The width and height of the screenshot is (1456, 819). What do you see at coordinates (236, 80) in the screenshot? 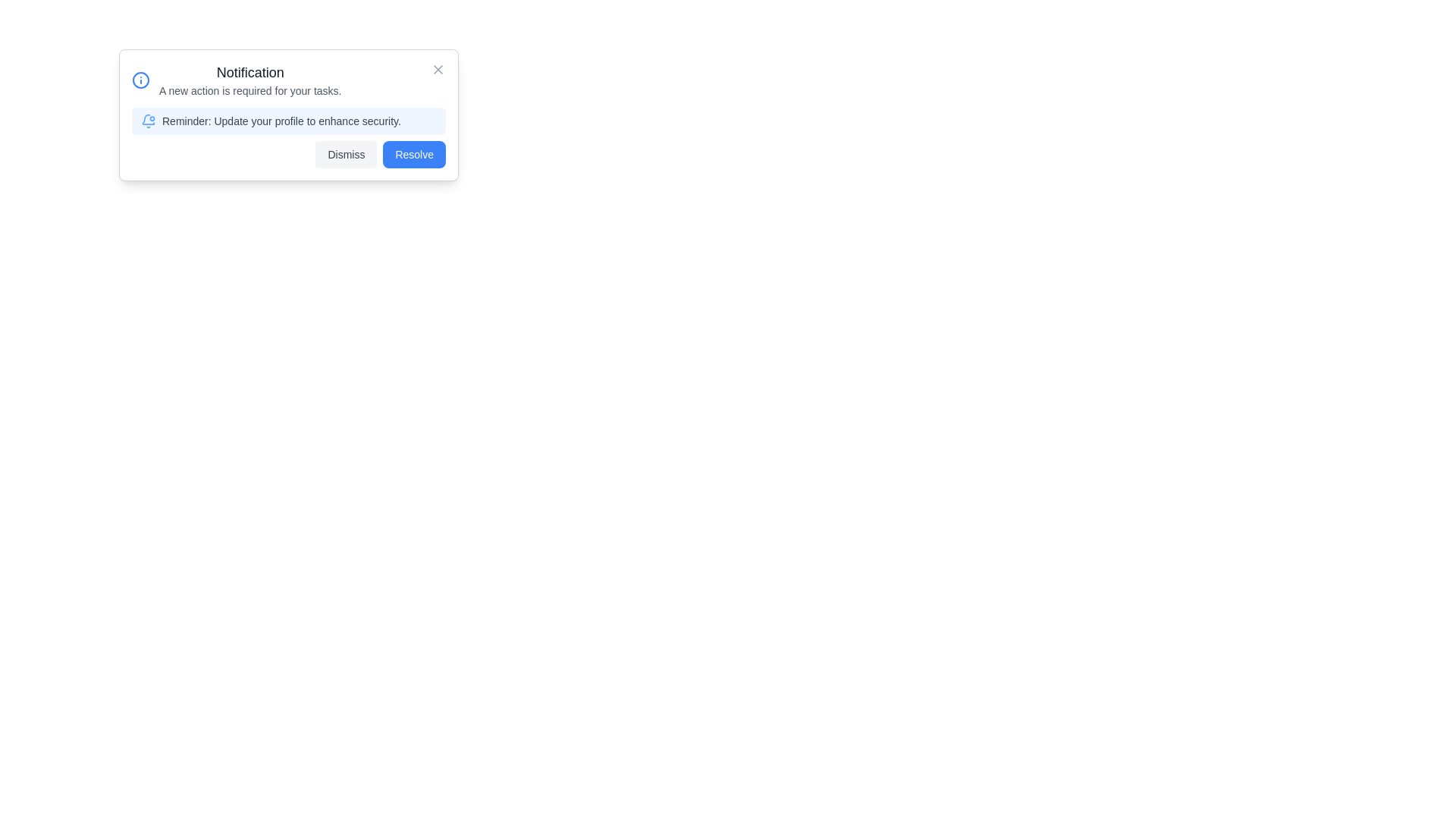
I see `notification content from the Informational card header located in the top-left section of the notification card` at bounding box center [236, 80].